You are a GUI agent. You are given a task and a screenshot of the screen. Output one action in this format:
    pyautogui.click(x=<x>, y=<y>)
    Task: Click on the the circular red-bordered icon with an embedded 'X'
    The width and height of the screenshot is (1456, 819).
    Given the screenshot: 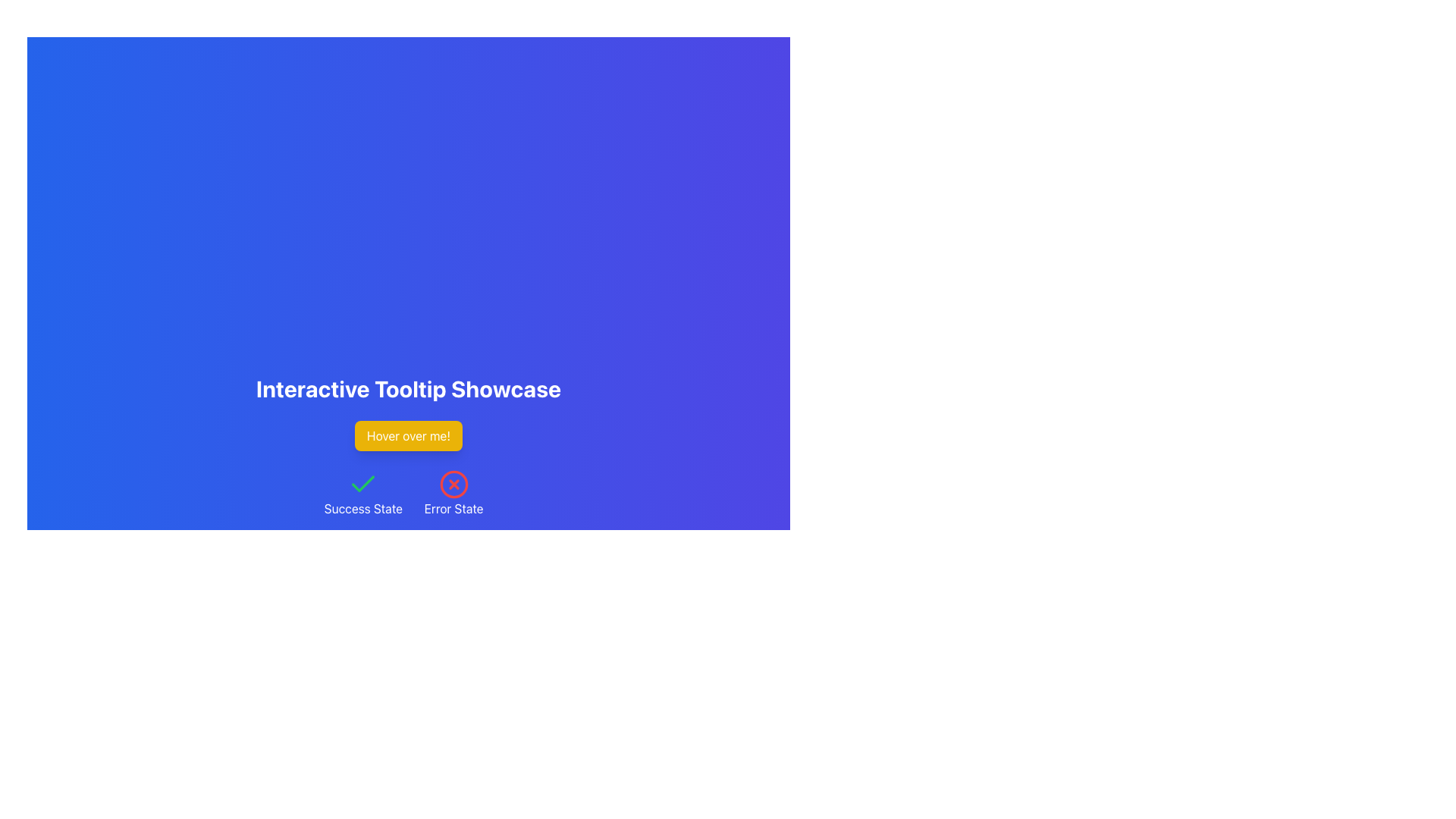 What is the action you would take?
    pyautogui.click(x=453, y=485)
    